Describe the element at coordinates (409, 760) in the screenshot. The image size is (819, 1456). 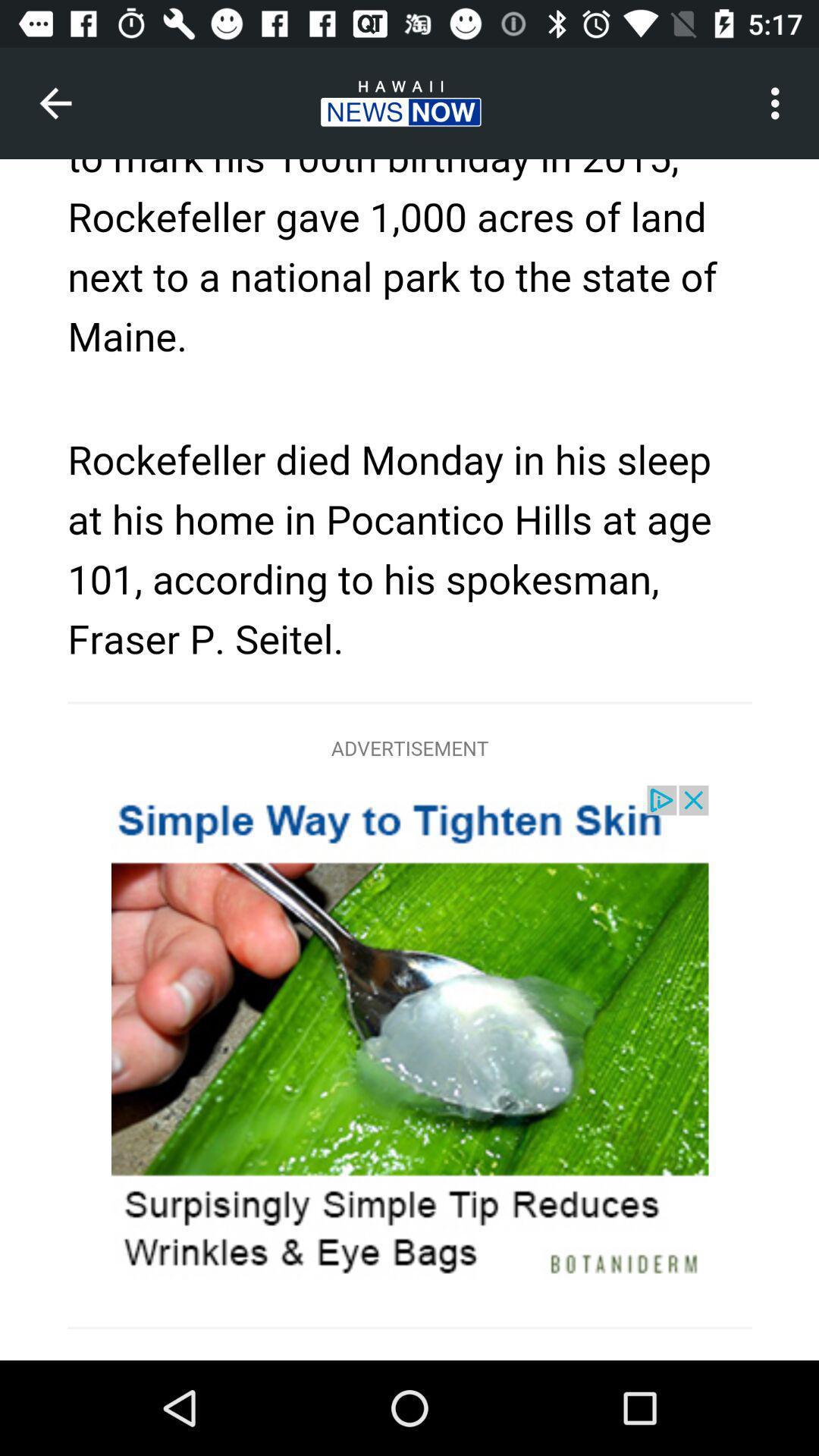
I see `advertisement` at that location.